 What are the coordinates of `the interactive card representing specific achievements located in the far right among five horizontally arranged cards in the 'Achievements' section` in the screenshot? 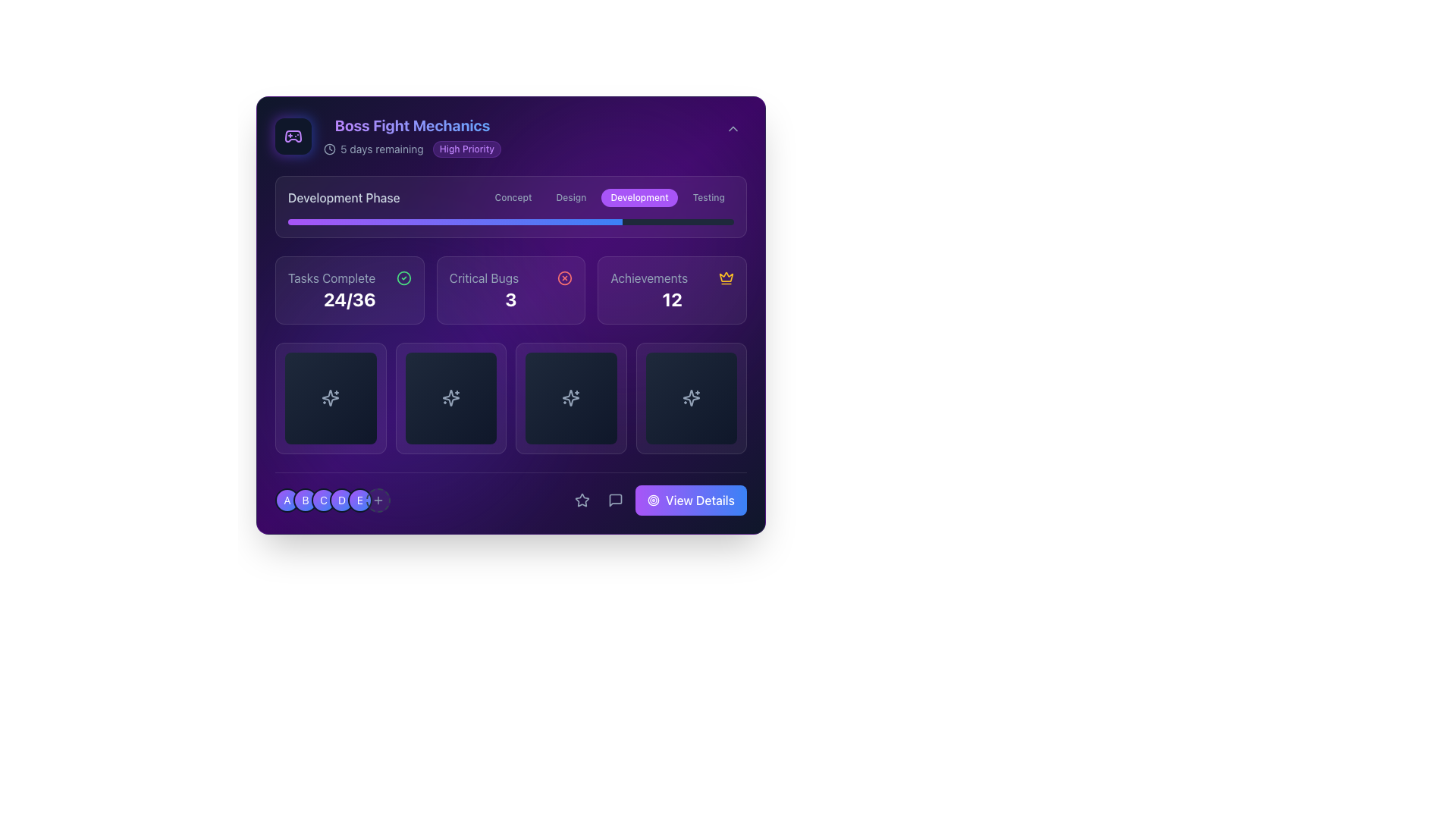 It's located at (690, 397).